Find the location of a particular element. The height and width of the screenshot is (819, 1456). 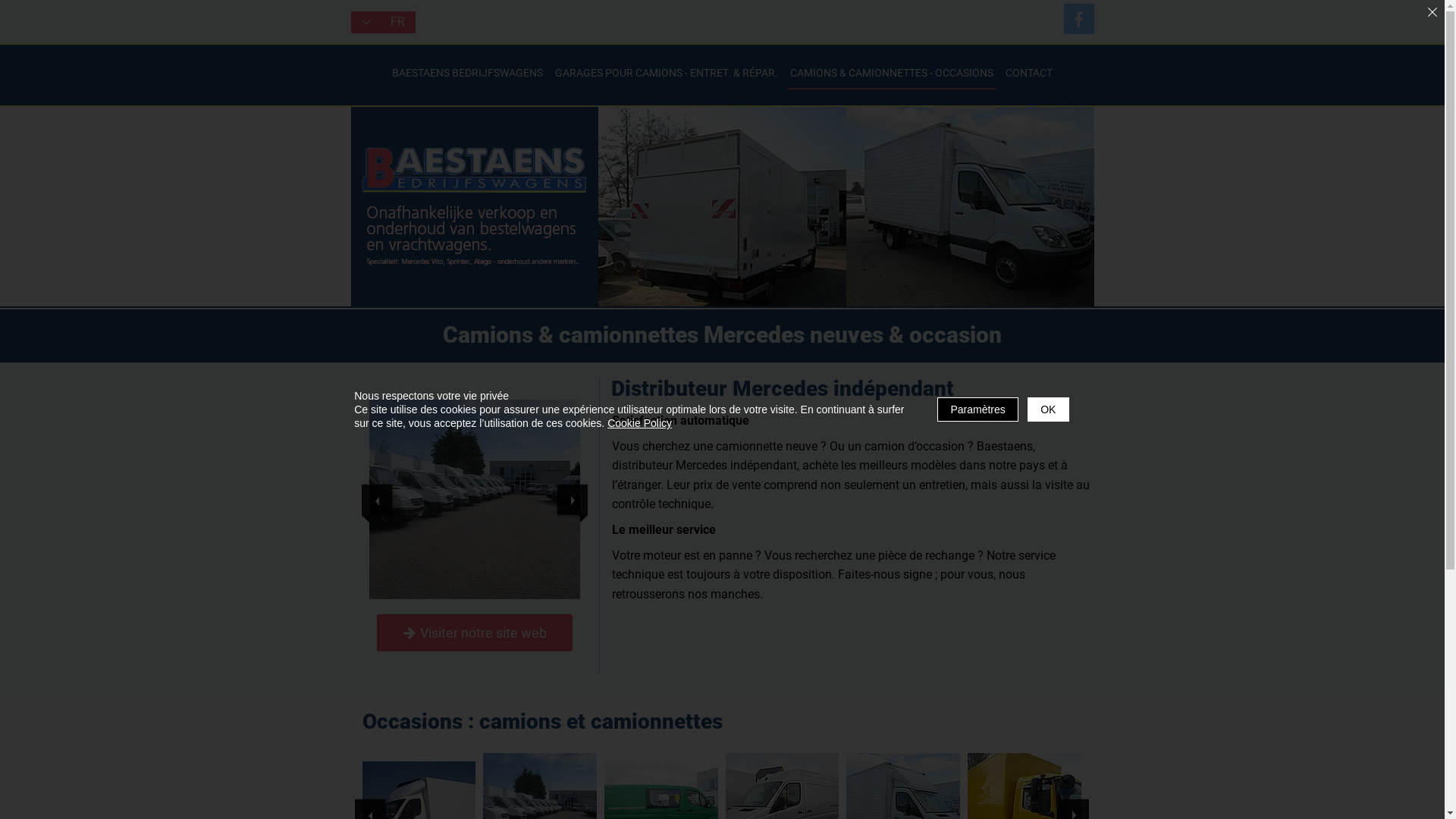

'Cookie Policy' is located at coordinates (639, 423).